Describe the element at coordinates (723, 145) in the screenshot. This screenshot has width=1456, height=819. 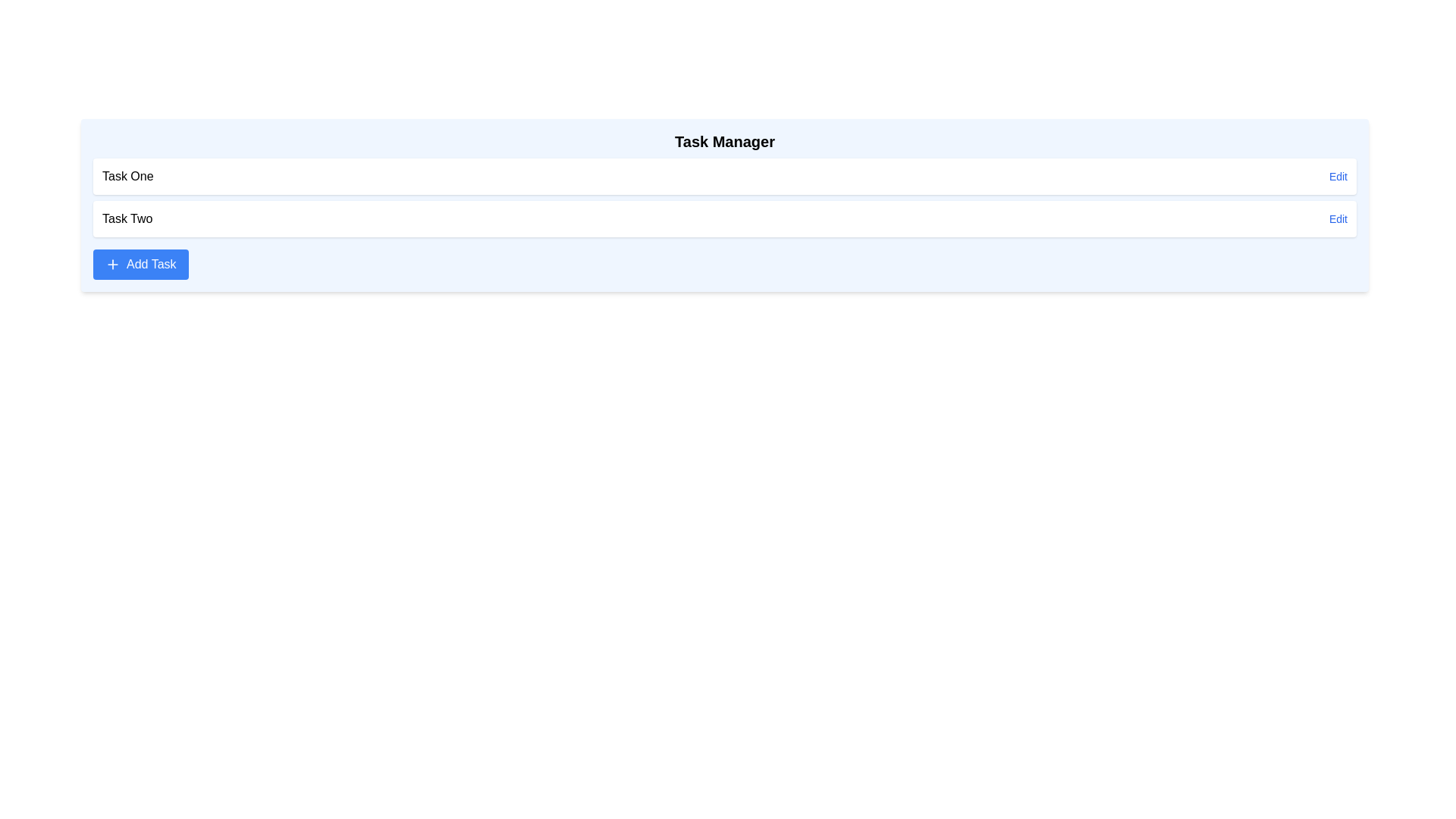
I see `the 'Task Manager' text label, which is styled in bold and larger font and located at the top center of a light blue panel` at that location.